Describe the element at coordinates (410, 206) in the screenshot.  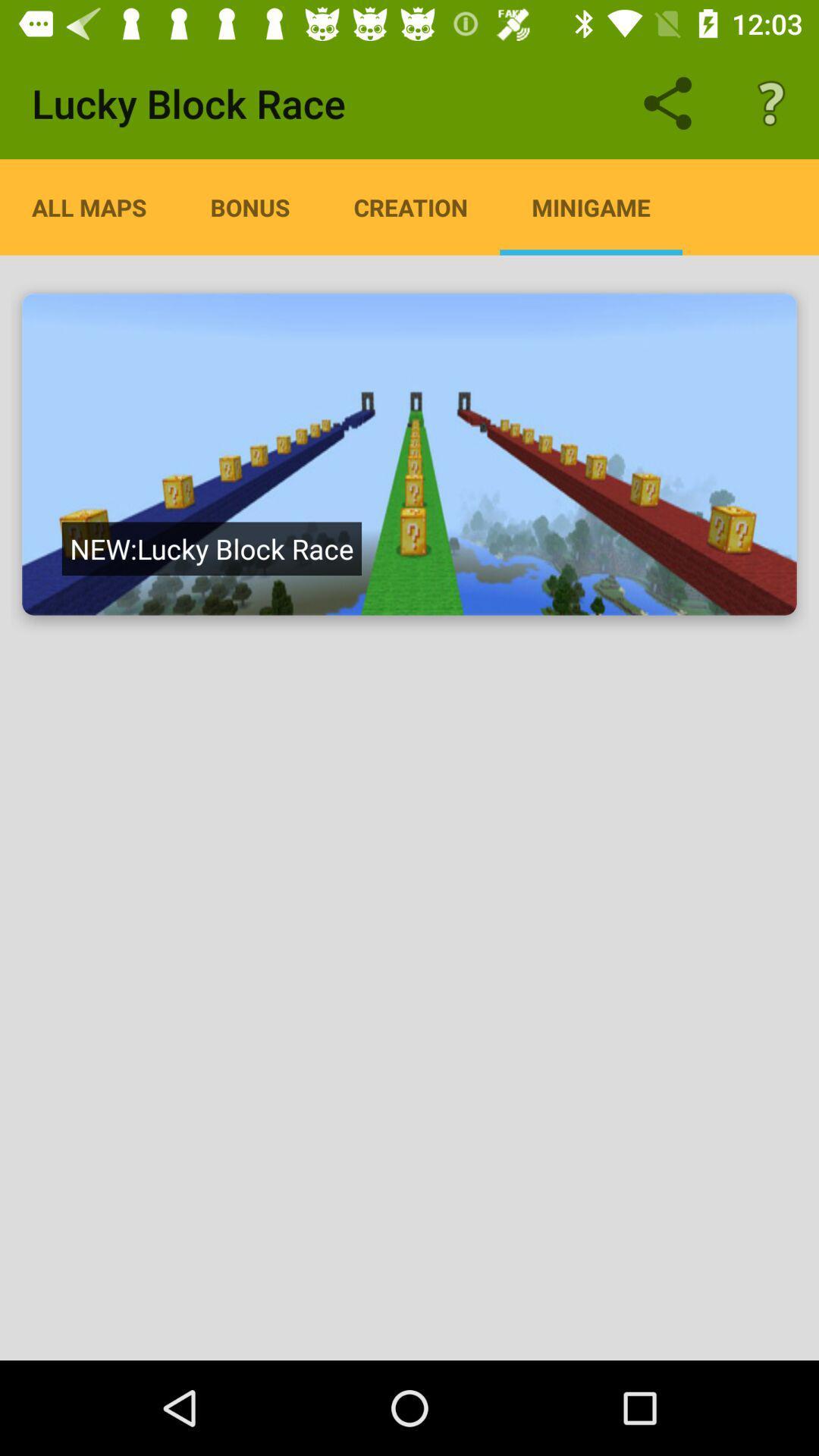
I see `item below the lucky block race` at that location.